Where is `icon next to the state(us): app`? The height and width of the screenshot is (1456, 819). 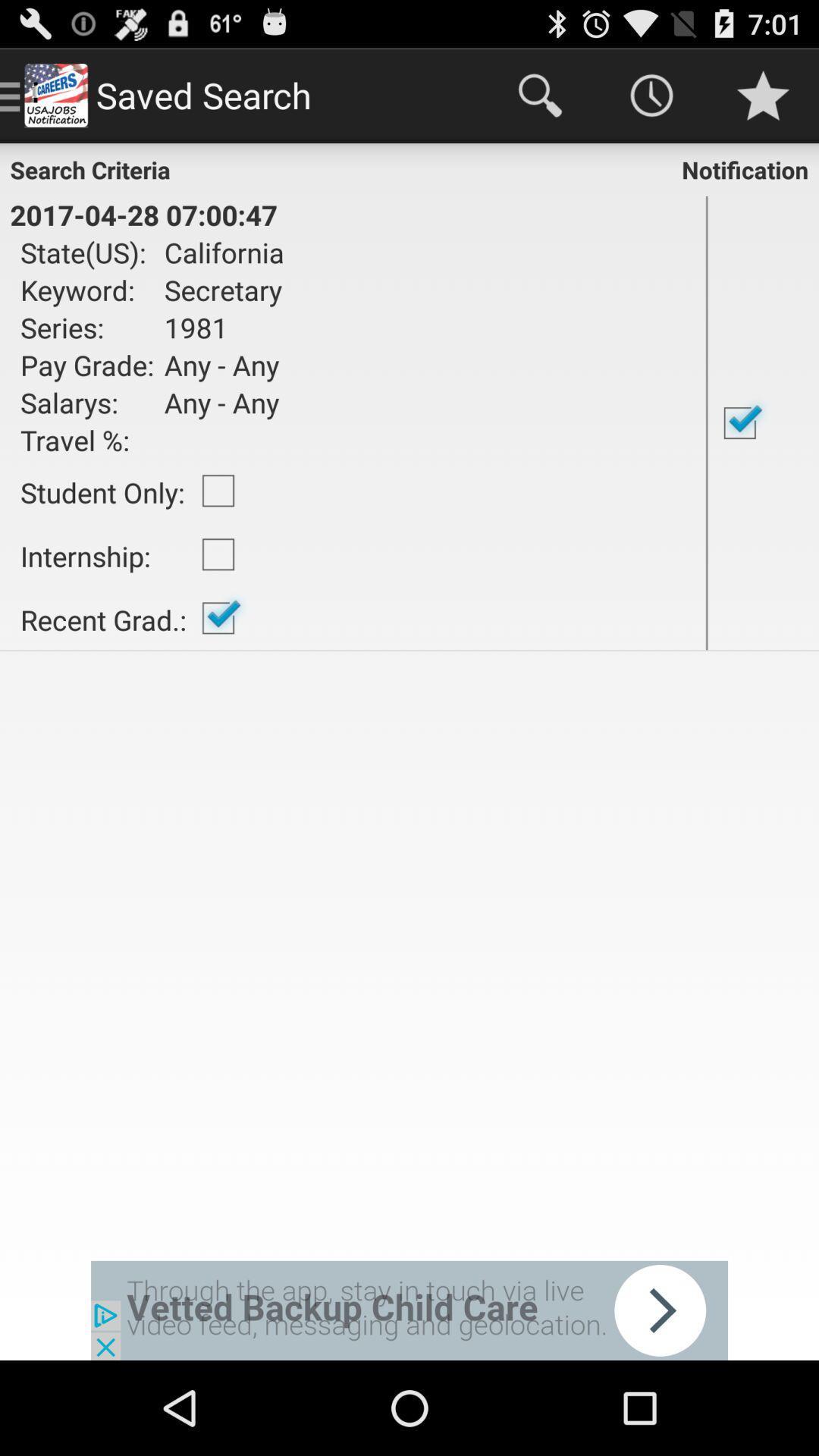
icon next to the state(us): app is located at coordinates (219, 290).